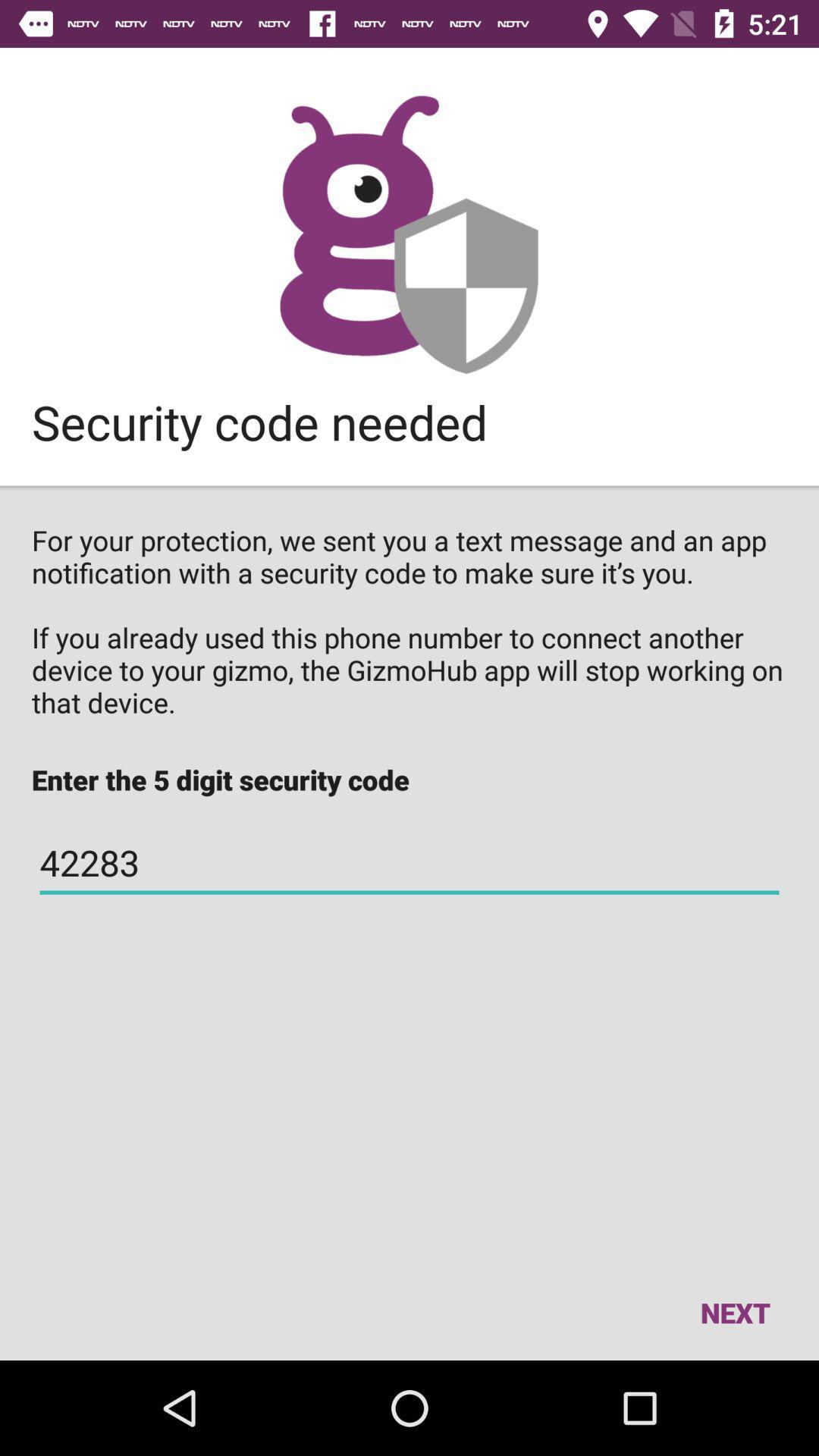 This screenshot has height=1456, width=819. I want to click on next icon, so click(734, 1312).